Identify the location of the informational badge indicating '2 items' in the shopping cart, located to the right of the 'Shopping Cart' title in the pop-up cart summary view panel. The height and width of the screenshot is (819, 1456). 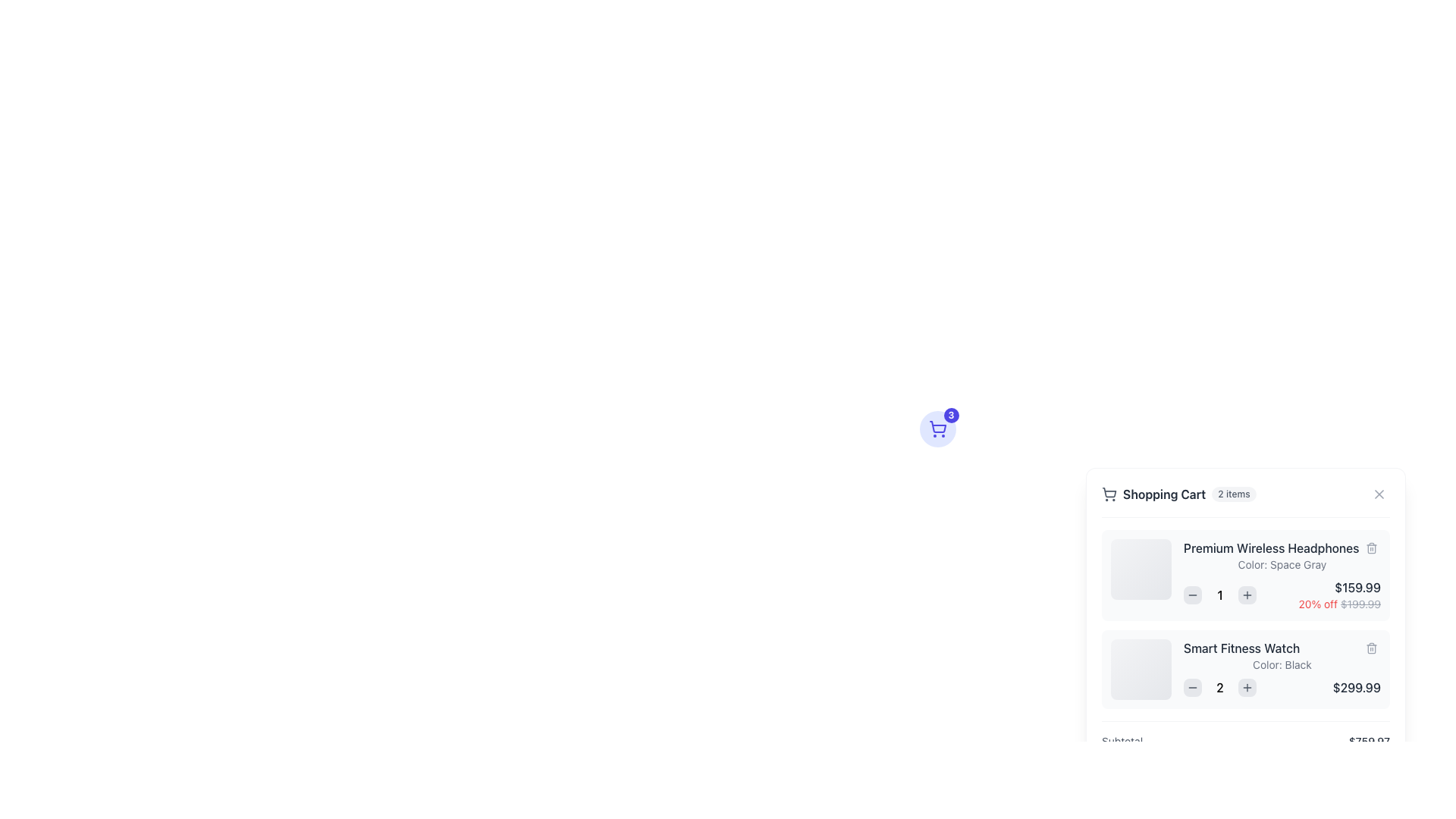
(1234, 494).